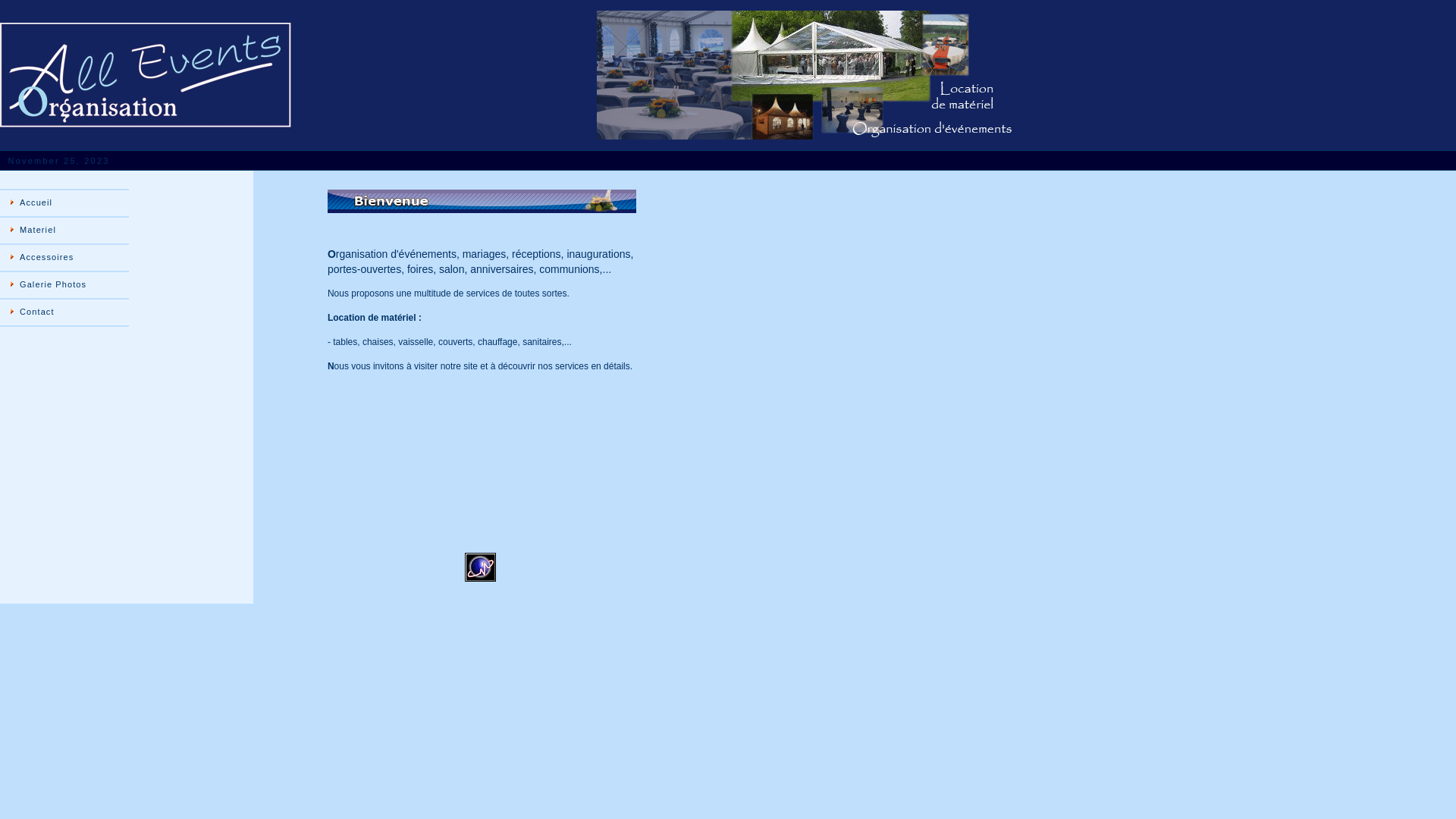  What do you see at coordinates (64, 284) in the screenshot?
I see `'Galerie Photos'` at bounding box center [64, 284].